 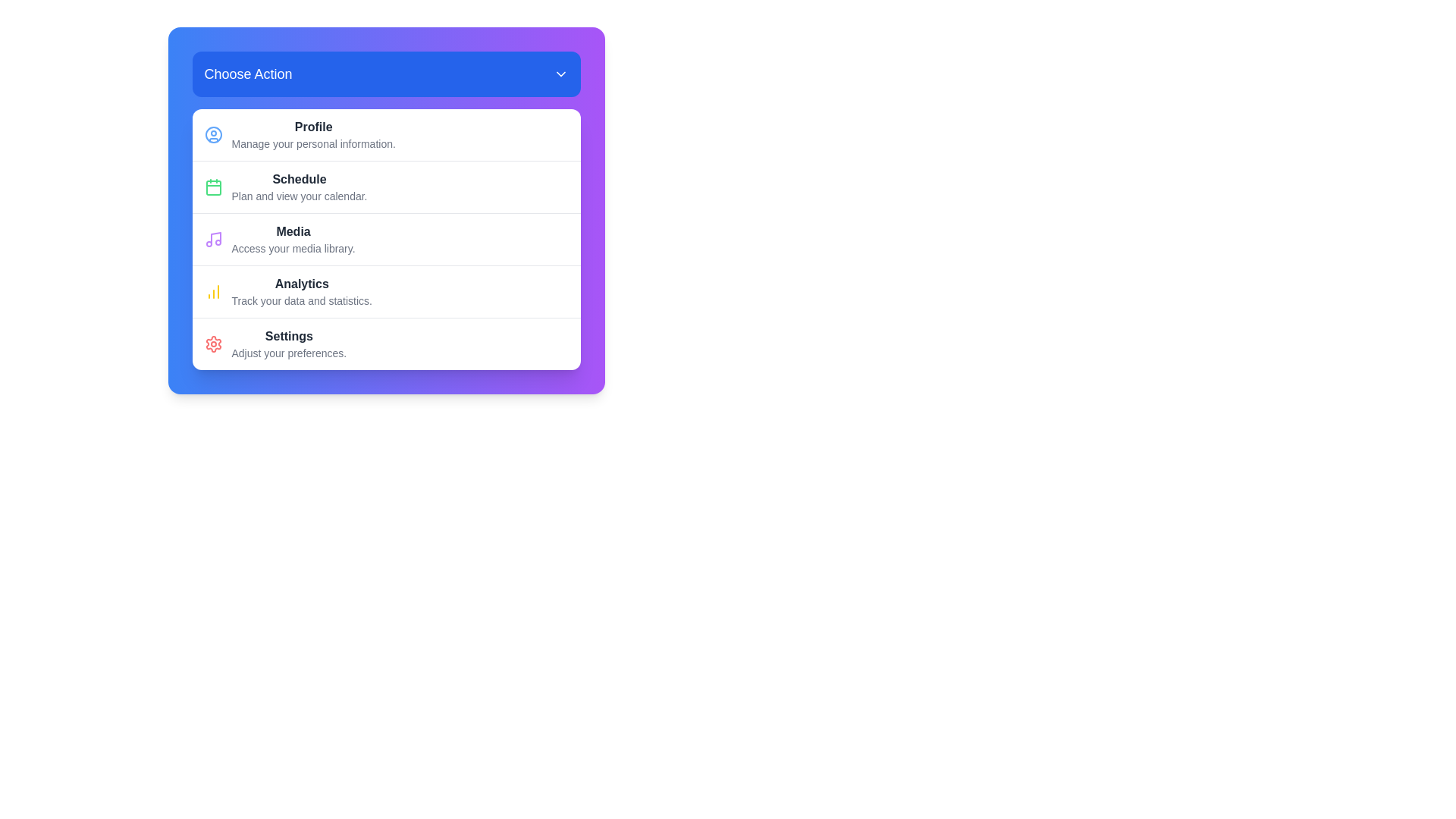 What do you see at coordinates (289, 335) in the screenshot?
I see `the 'Settings' title text label, which is the fifth menu item in a vertical list within the settings panel interface` at bounding box center [289, 335].